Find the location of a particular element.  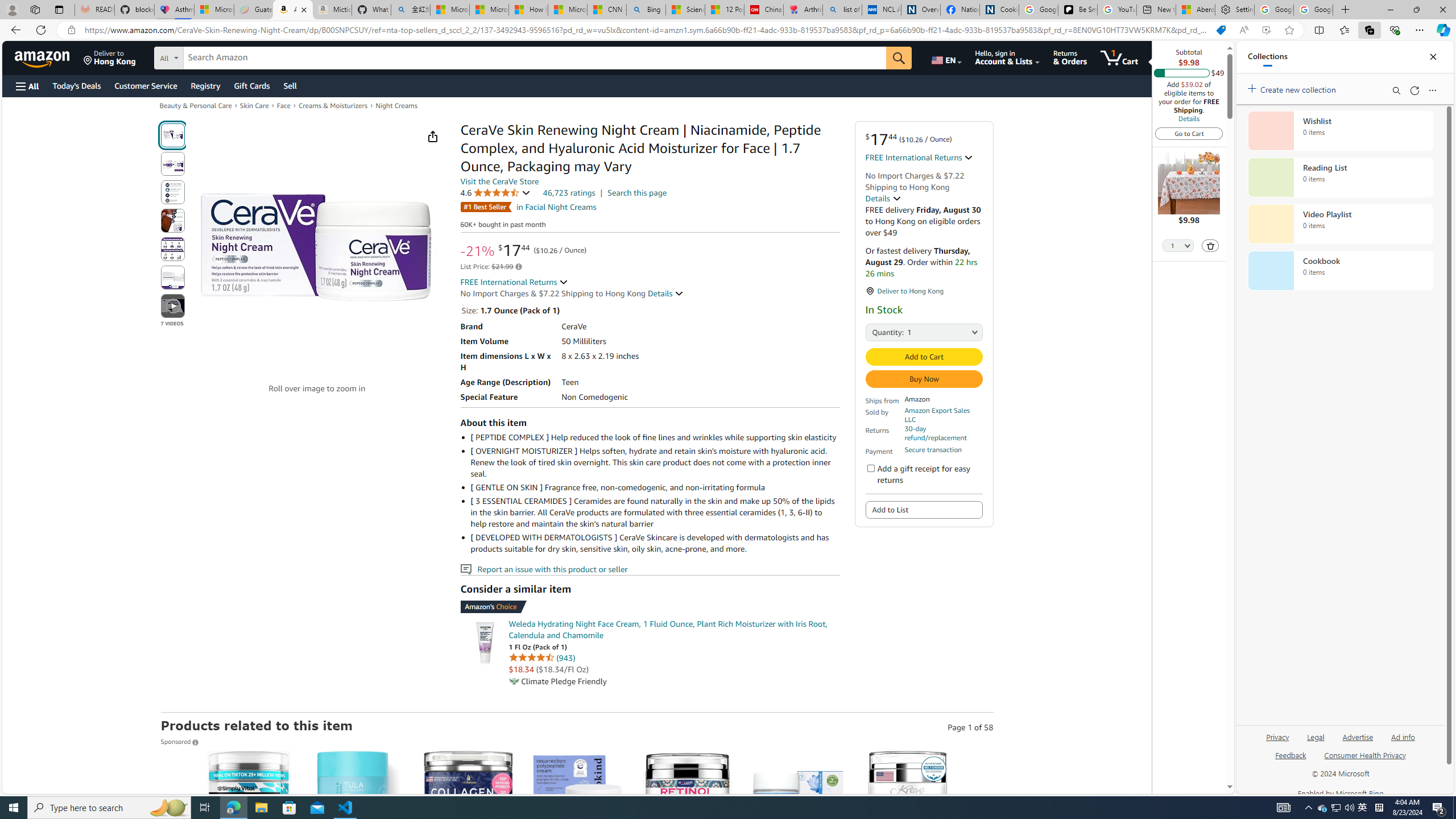

'Workspaces' is located at coordinates (35, 9).